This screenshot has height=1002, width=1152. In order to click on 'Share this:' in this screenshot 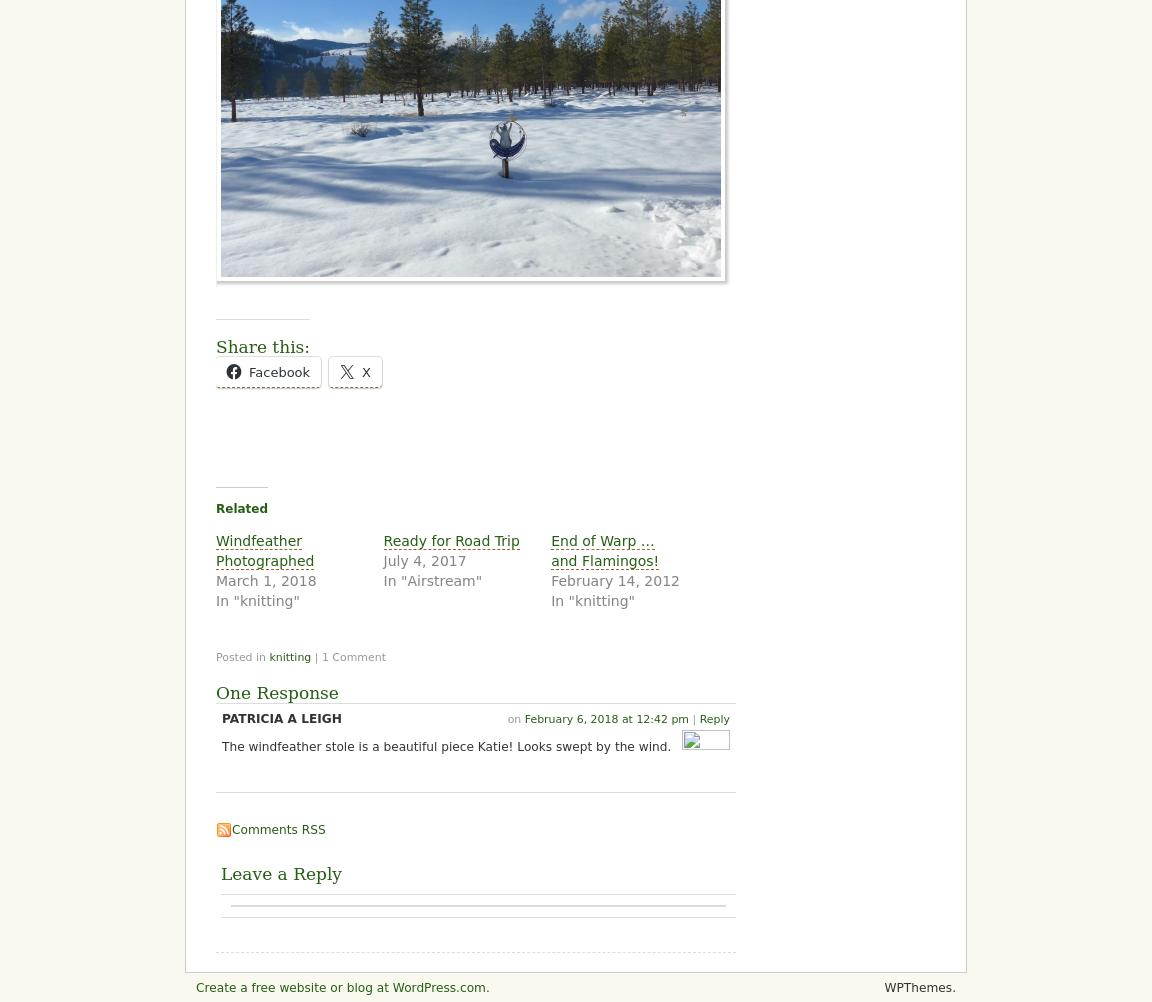, I will do `click(216, 345)`.